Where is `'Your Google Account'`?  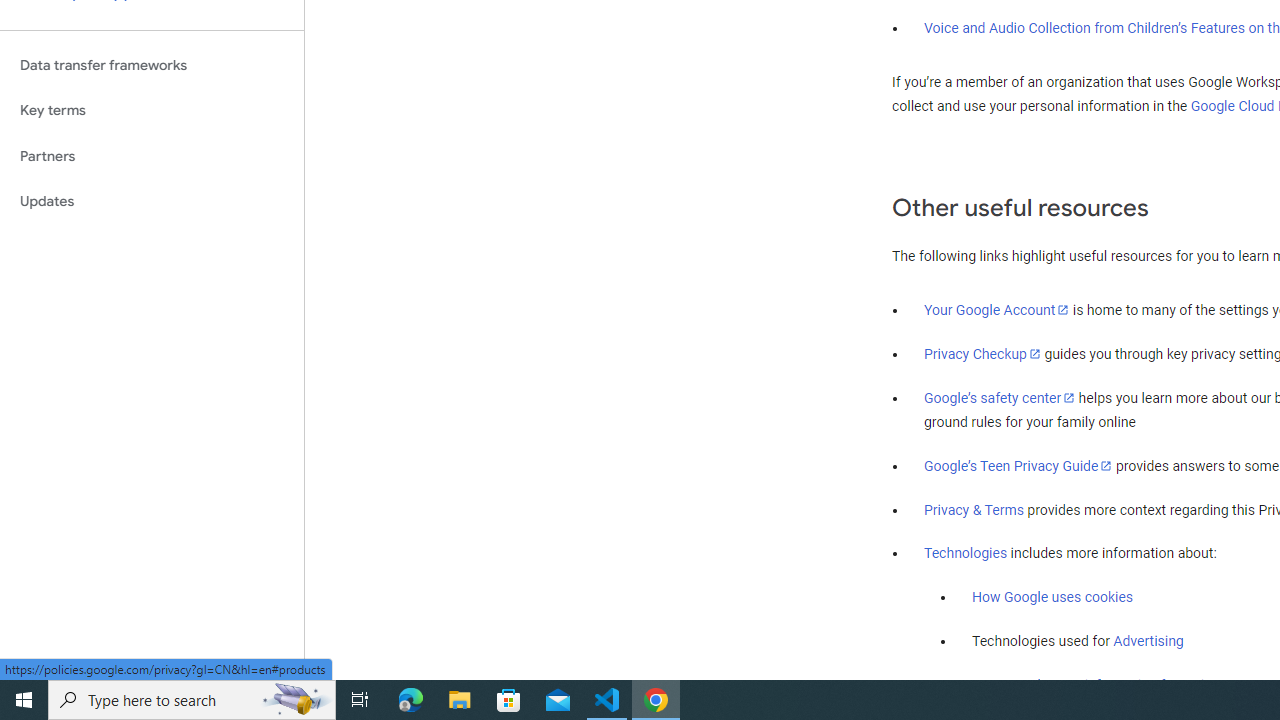 'Your Google Account' is located at coordinates (997, 309).